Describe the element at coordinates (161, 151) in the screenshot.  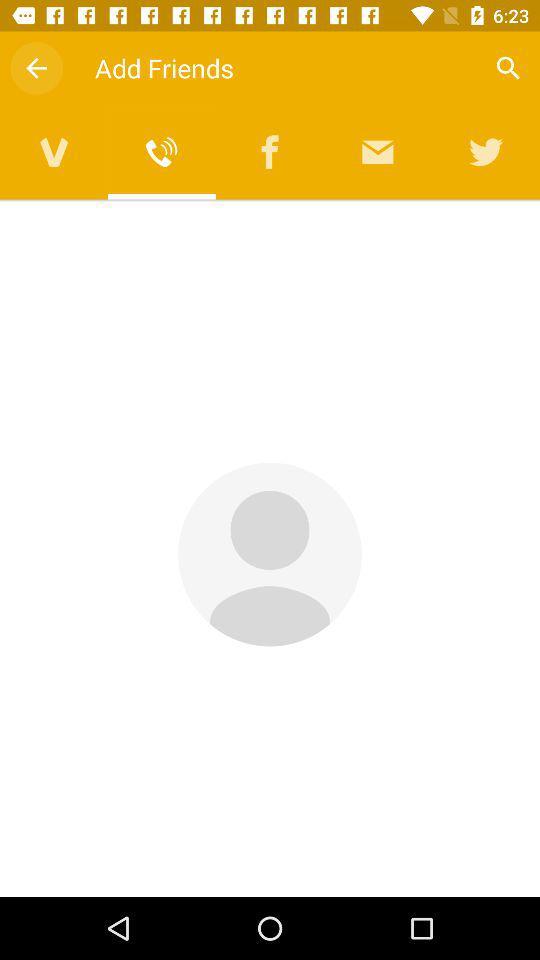
I see `call` at that location.